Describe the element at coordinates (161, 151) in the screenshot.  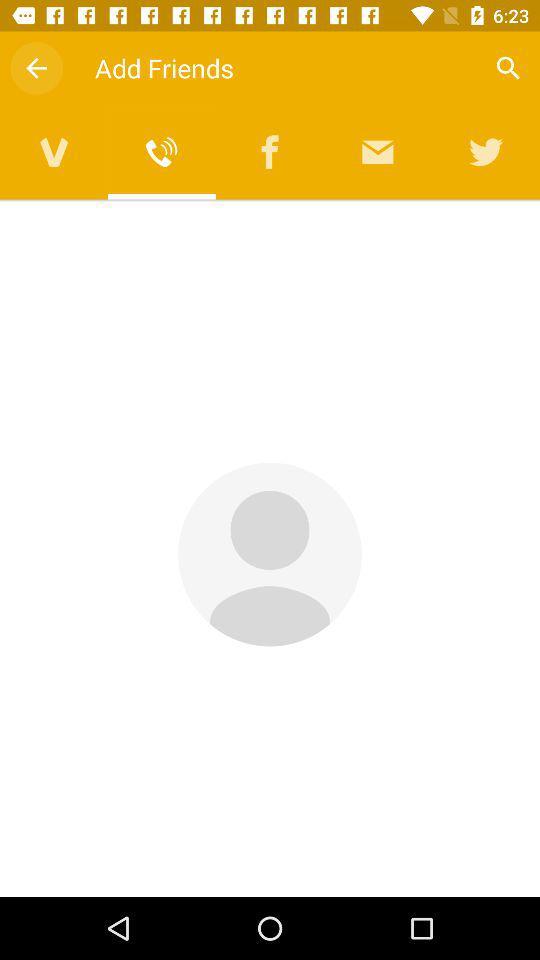
I see `call` at that location.